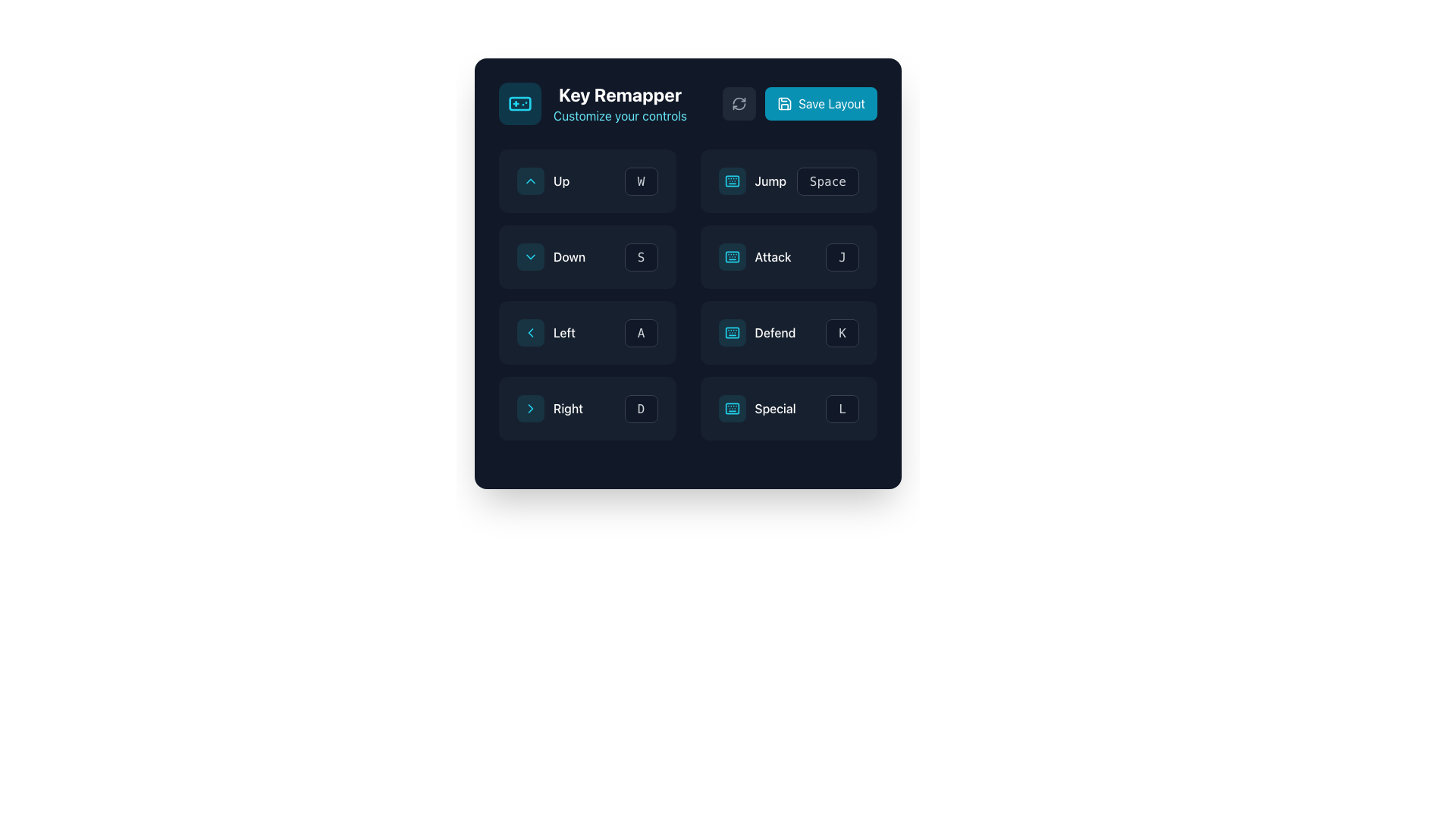 Image resolution: width=1456 pixels, height=819 pixels. What do you see at coordinates (531, 332) in the screenshot?
I see `the non-interactive chevron icon within the 'Left' button in the key remapper layout, which serves as a visual indicator for the 'Left' action` at bounding box center [531, 332].